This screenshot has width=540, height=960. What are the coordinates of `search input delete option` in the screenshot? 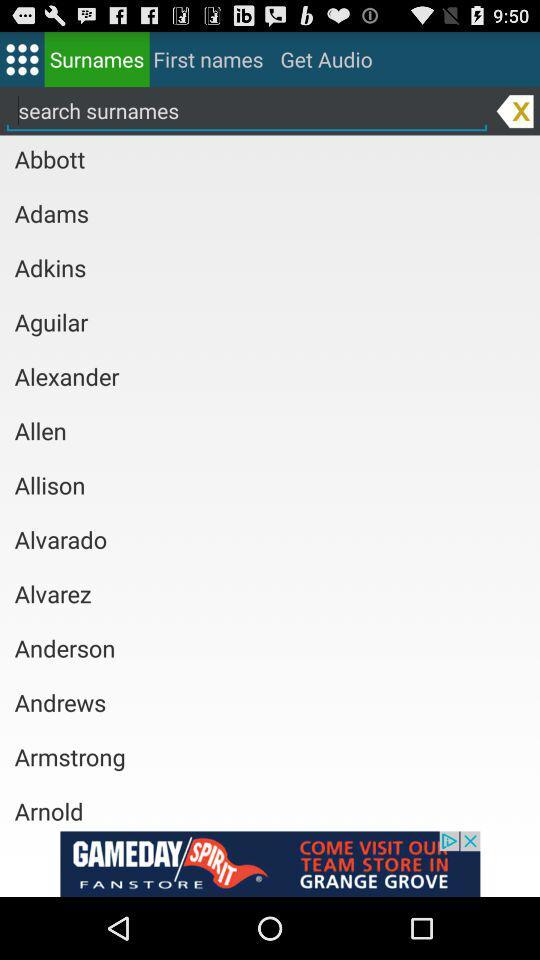 It's located at (515, 110).